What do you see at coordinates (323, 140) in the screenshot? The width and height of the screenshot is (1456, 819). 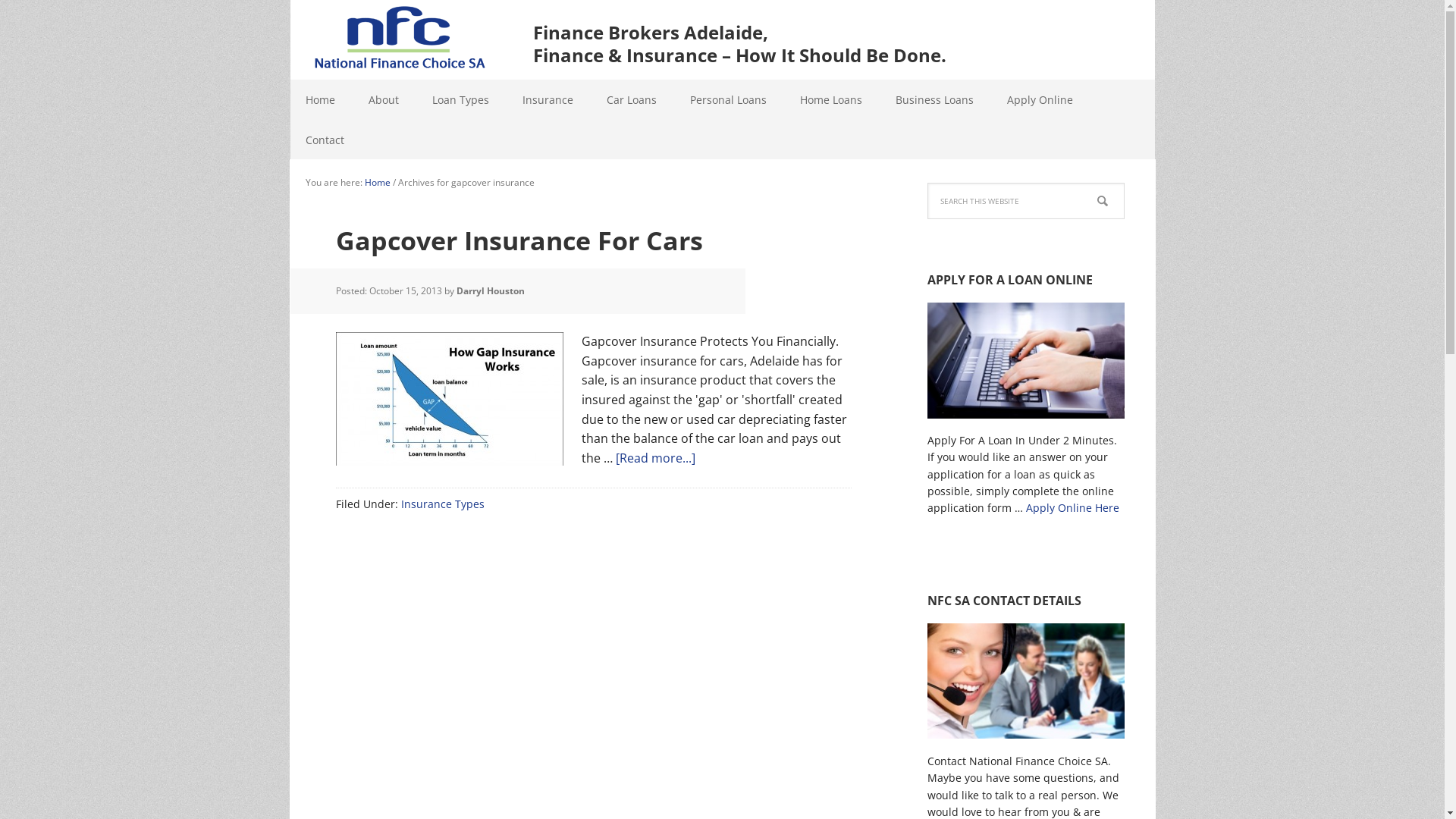 I see `'Contact'` at bounding box center [323, 140].